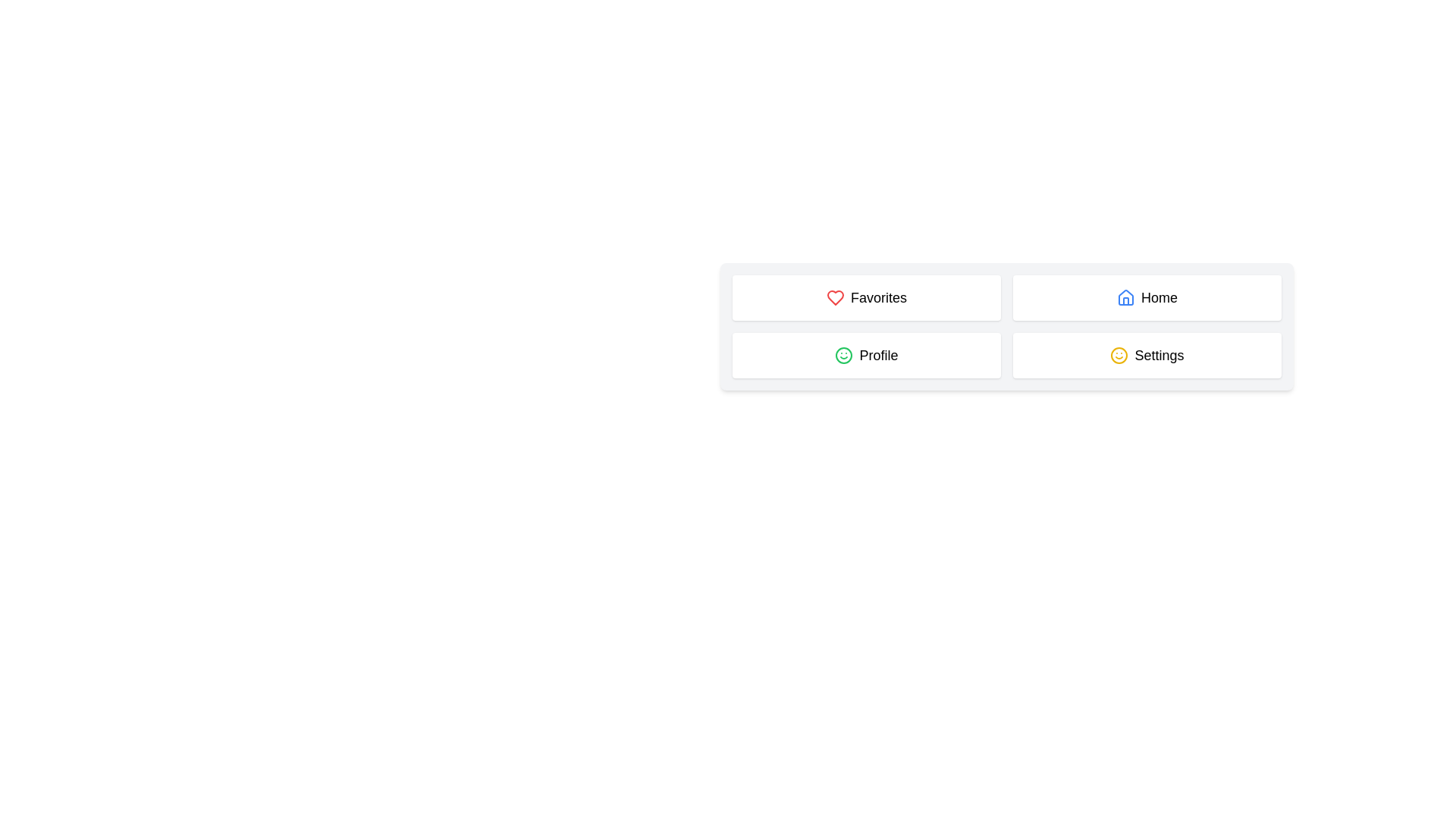  Describe the element at coordinates (1125, 297) in the screenshot. I see `the 'Home' icon located in the top-right section of the grid, which visually represents the 'Home' option` at that location.